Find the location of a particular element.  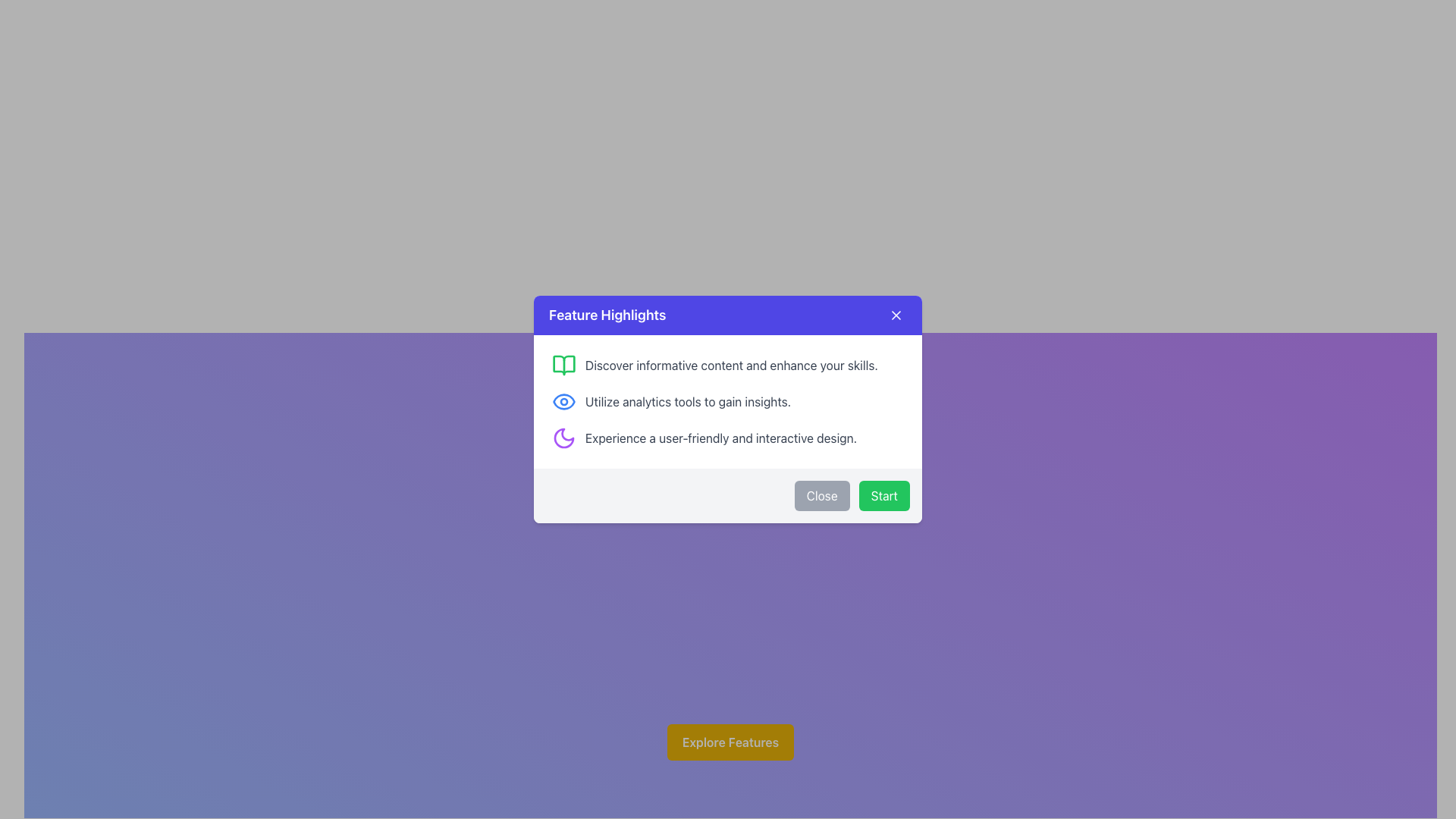

the text label reading 'Utilize analytics tools to gain insights.' which is styled with a gray font and located in the center of a modal dialog box under the blue header 'Feature Highlights.' is located at coordinates (687, 400).